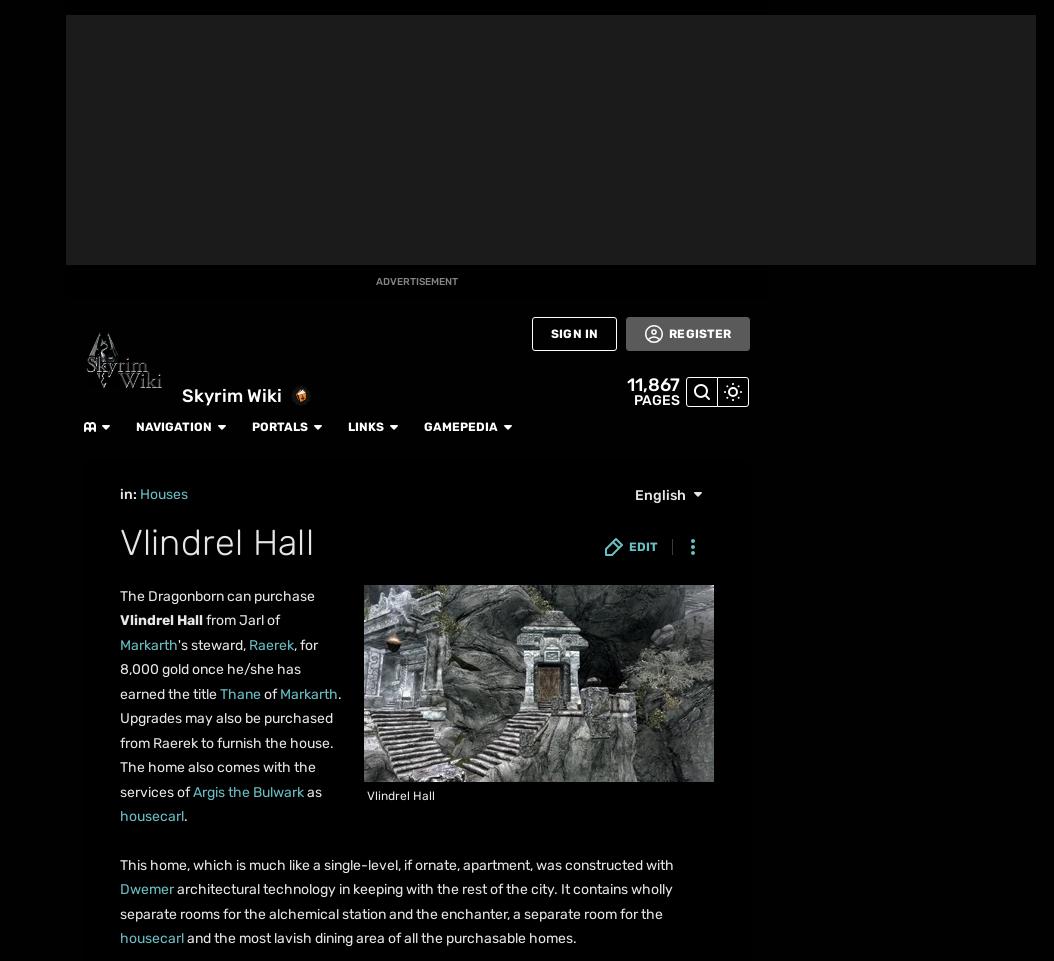 Image resolution: width=1054 pixels, height=961 pixels. Describe the element at coordinates (265, 437) in the screenshot. I see `'Darkness Returns (quest)'` at that location.